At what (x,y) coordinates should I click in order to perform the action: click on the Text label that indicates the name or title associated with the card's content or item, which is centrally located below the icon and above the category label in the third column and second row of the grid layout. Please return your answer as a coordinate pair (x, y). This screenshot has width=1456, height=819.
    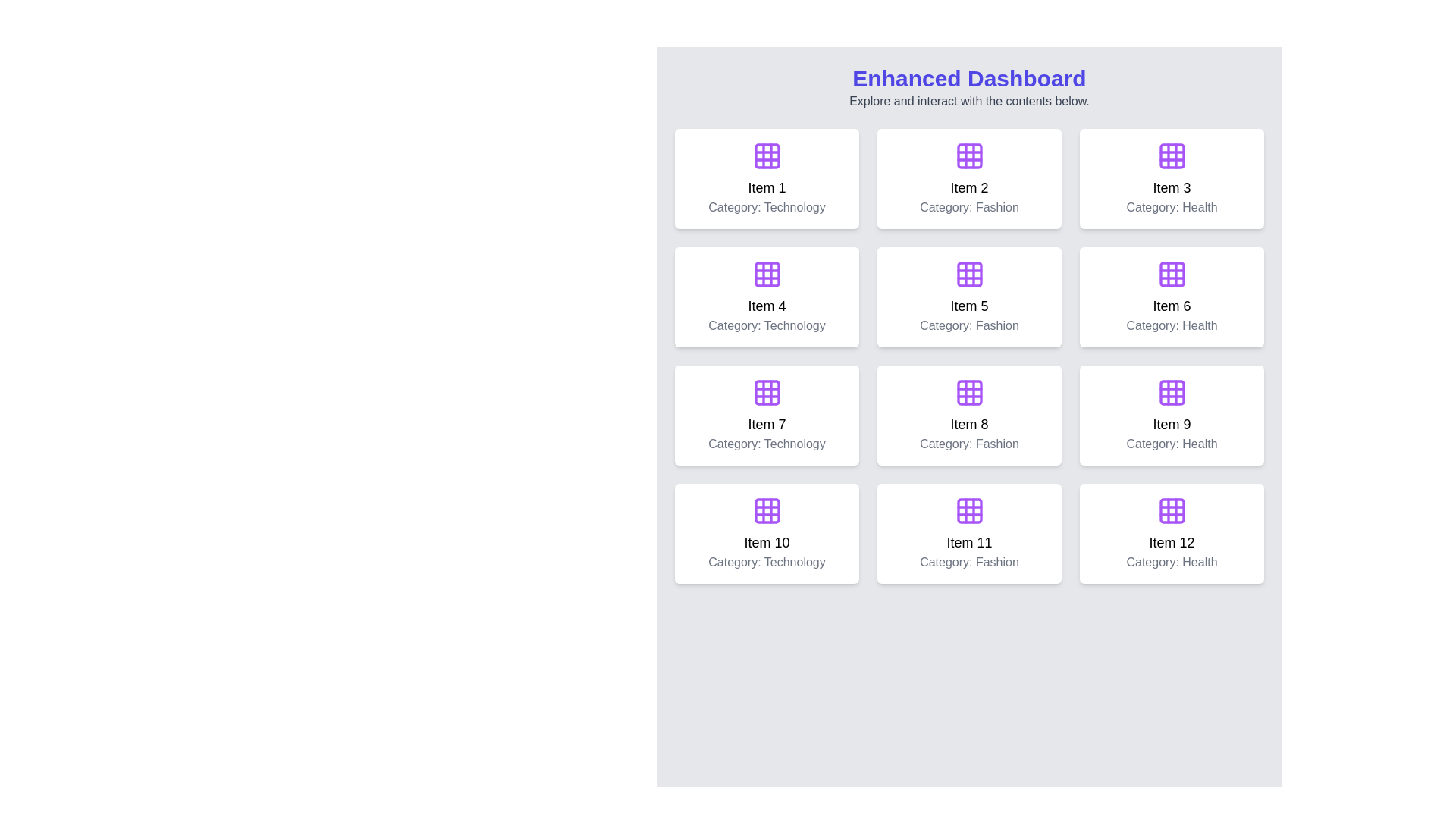
    Looking at the image, I should click on (1171, 306).